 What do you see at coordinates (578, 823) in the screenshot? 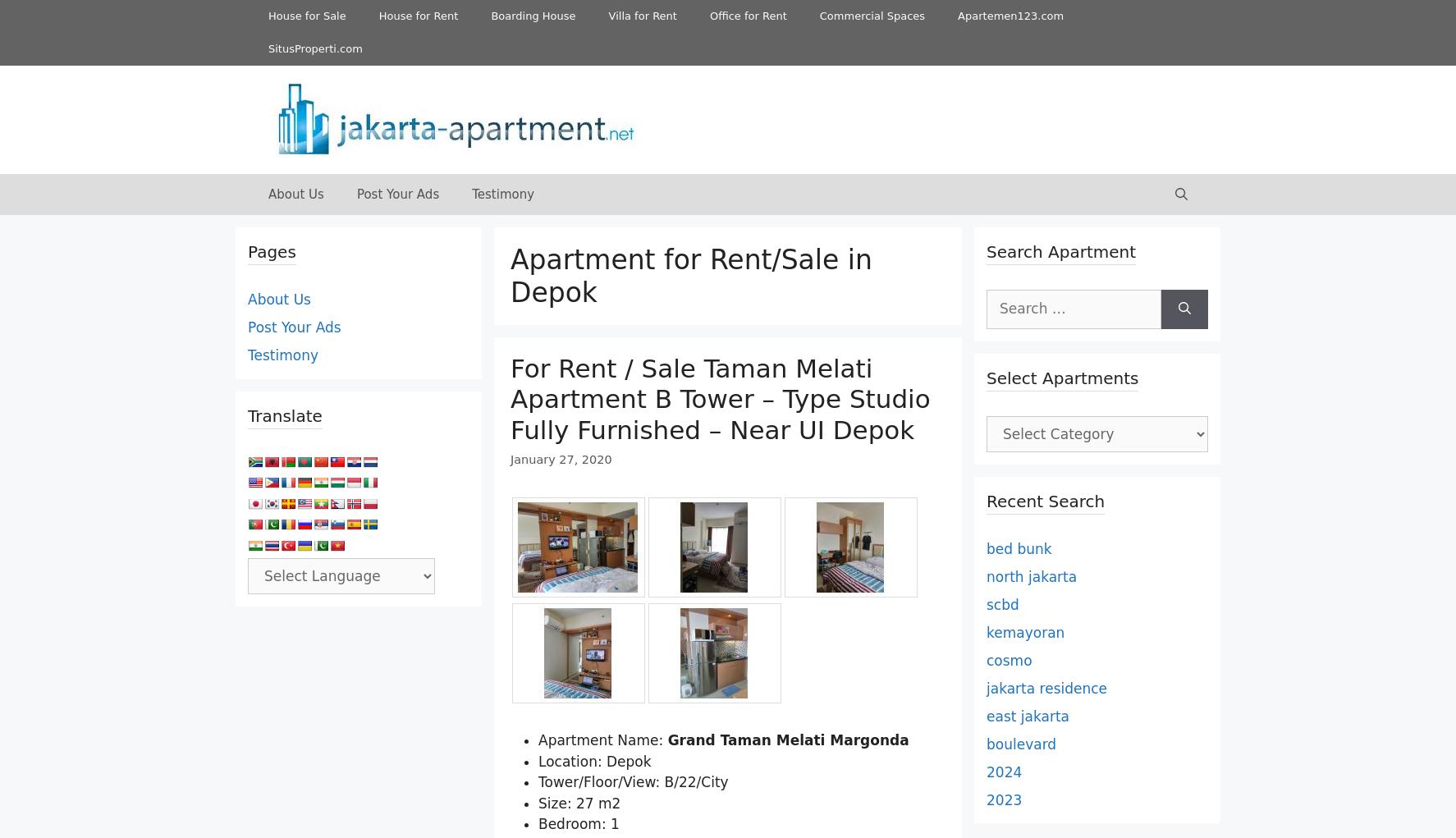
I see `'Bedroom: 1'` at bounding box center [578, 823].